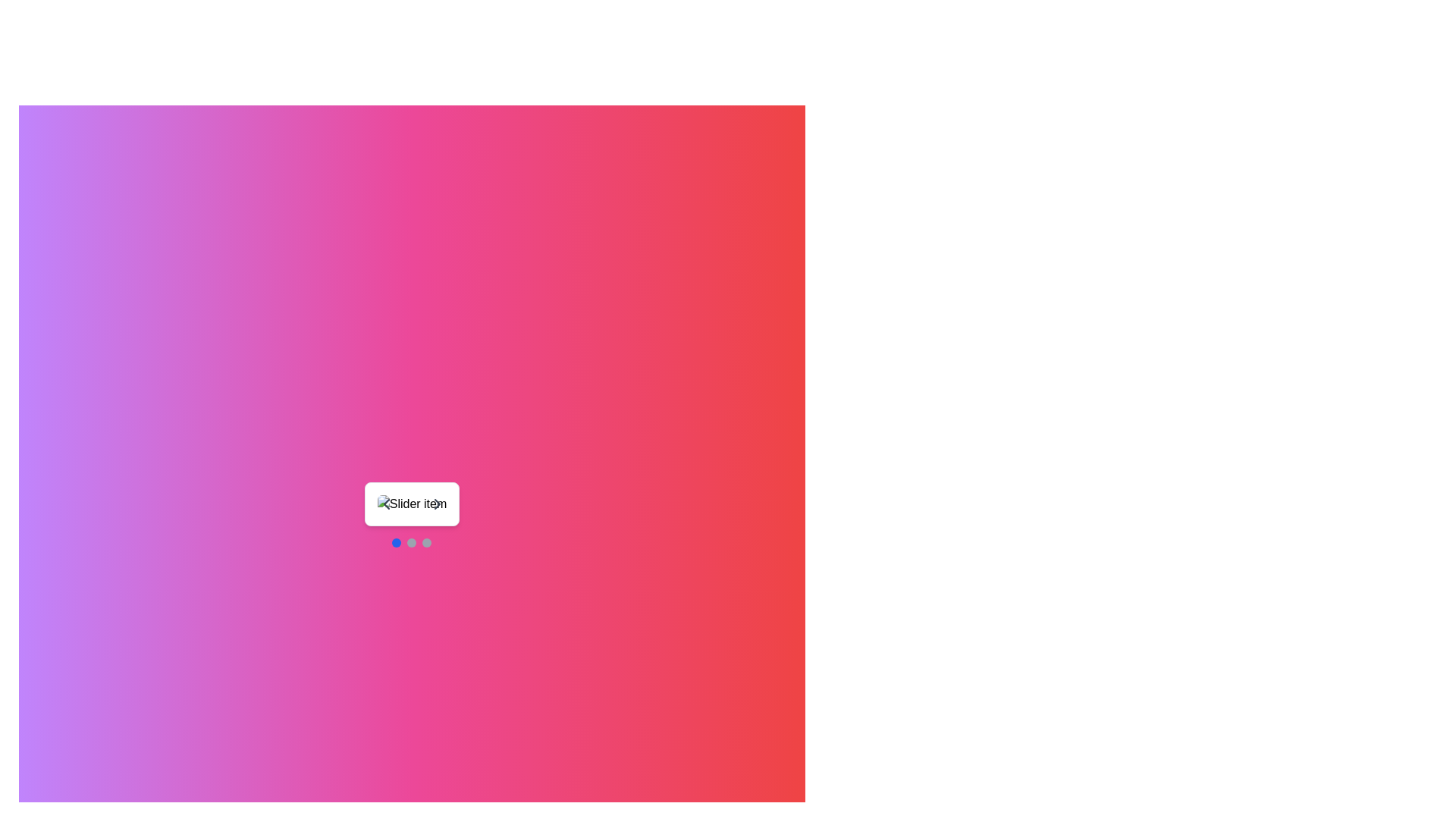 This screenshot has height=819, width=1456. What do you see at coordinates (426, 542) in the screenshot?
I see `the third and last progress indicator located at the bottom middle section of the interface` at bounding box center [426, 542].